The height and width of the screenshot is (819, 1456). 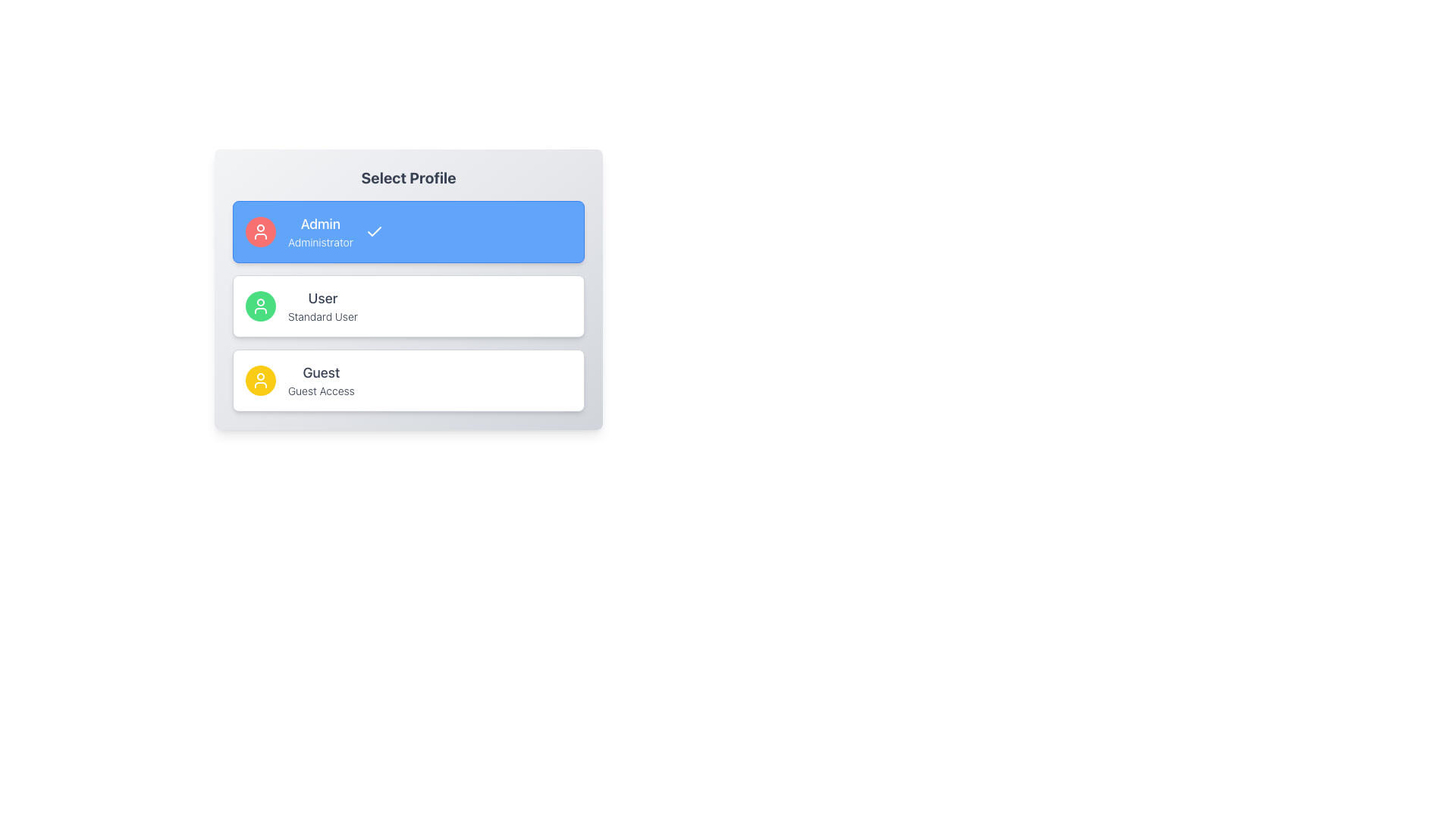 I want to click on the 'Admin' text element, which displays 'Admin' in bold and 'Administrator' in lighter font, located in the blue section with rounded edges, positioned to the right of a red user icon, so click(x=319, y=231).